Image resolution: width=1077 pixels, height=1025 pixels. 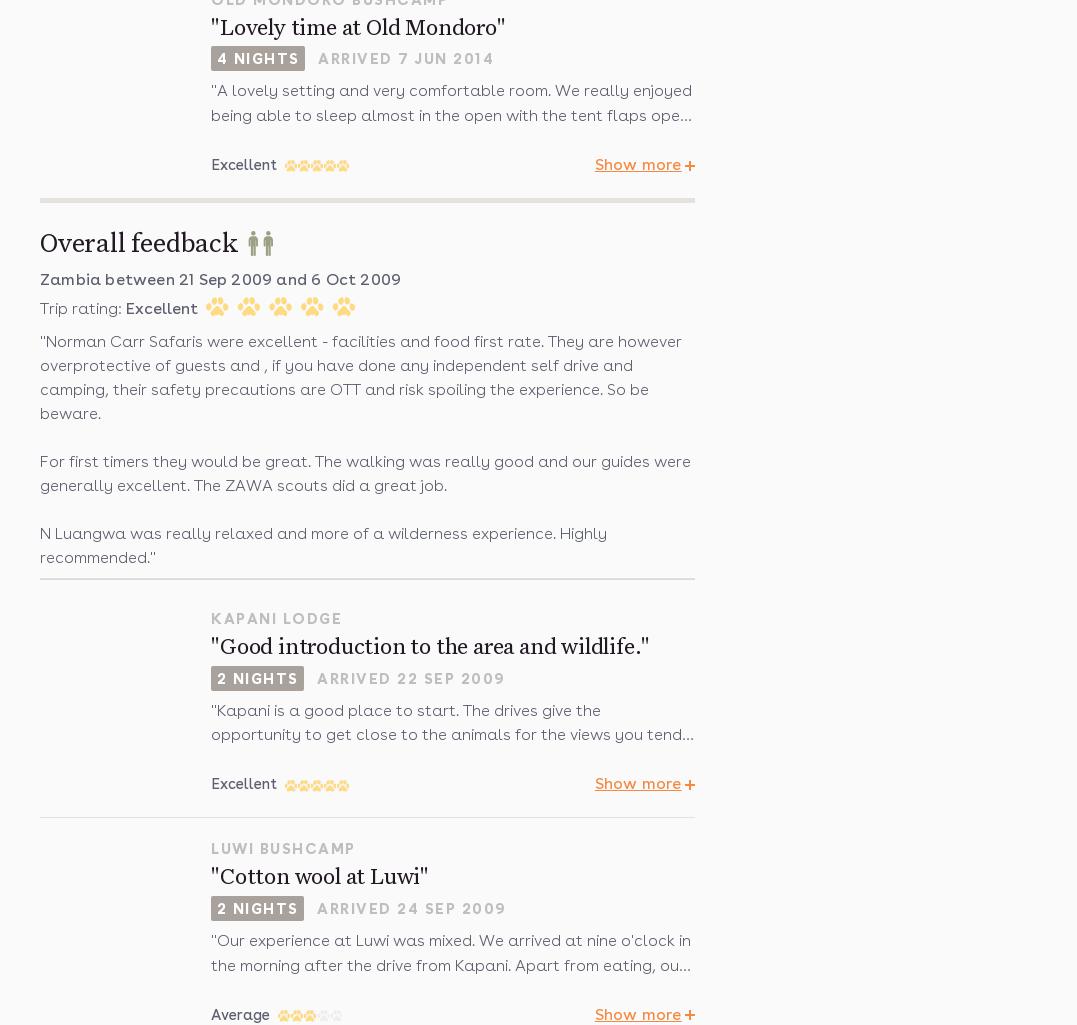 I want to click on 'It was a bit annoying to have to radio for an escort to walk a few yards to dinner or if an elephant was in camp. Once back at our room the elephant was grazing right outside and was not bothered about us."', so click(x=443, y=301).